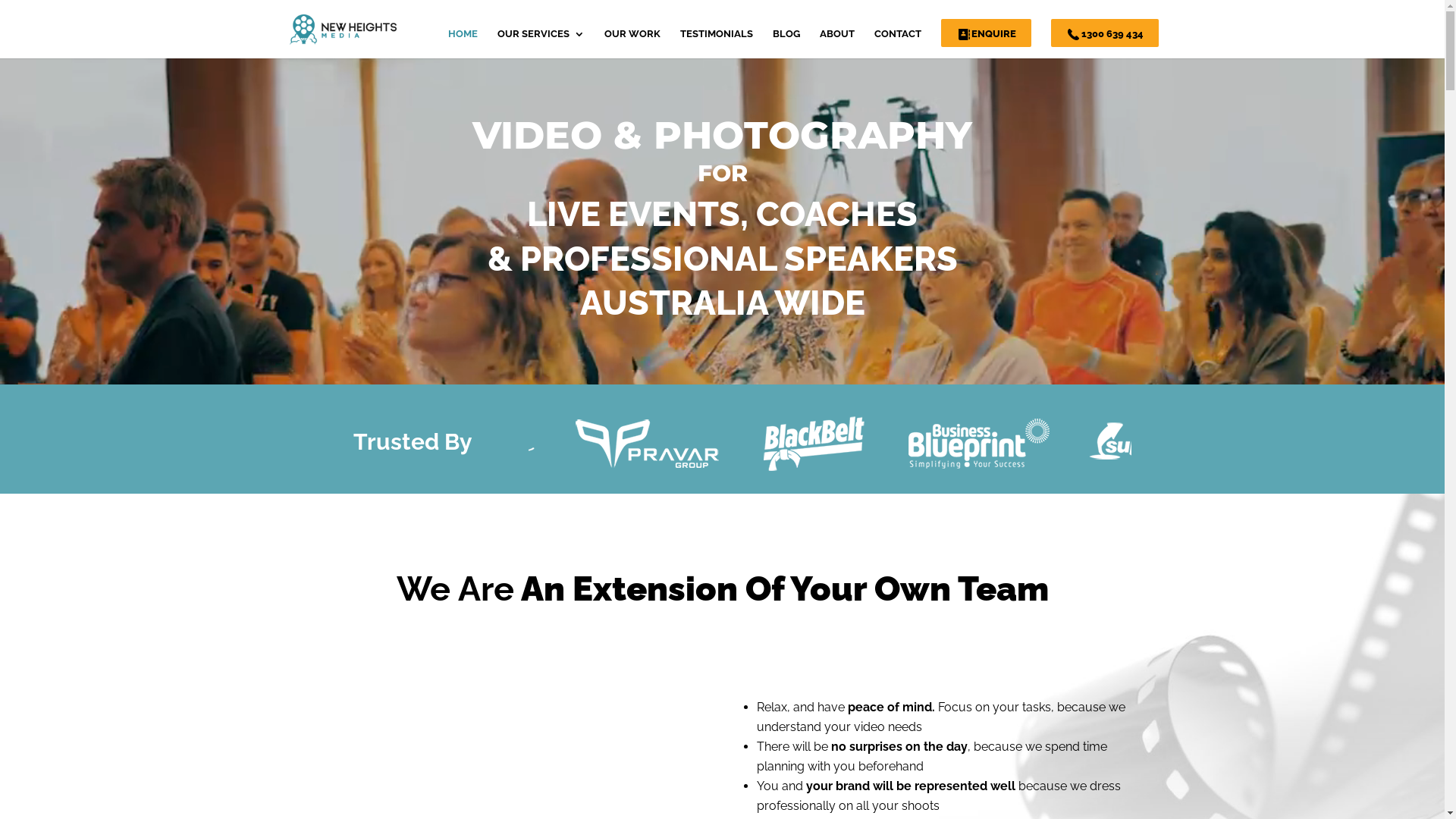  I want to click on 'ENQUIRE', so click(985, 33).